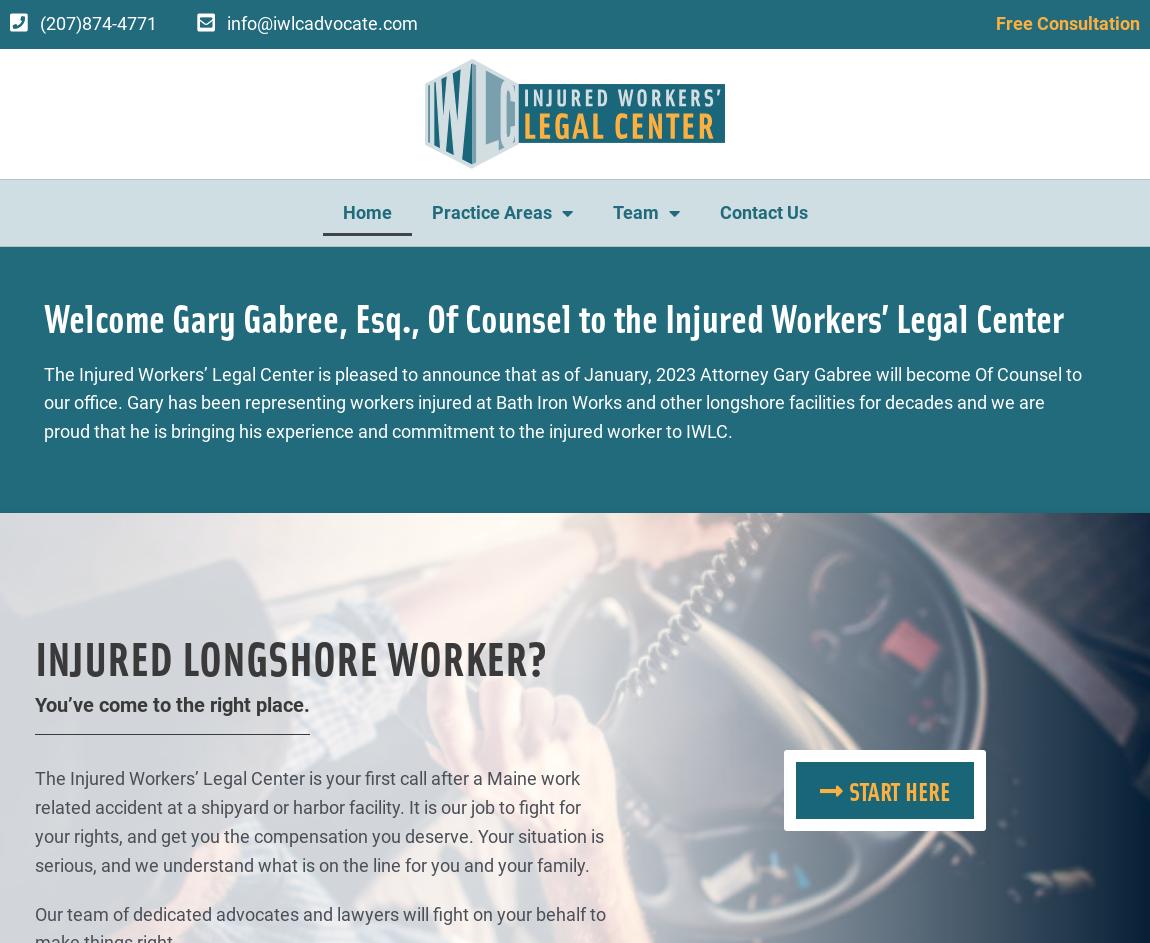  I want to click on 'Practice Areas', so click(431, 211).